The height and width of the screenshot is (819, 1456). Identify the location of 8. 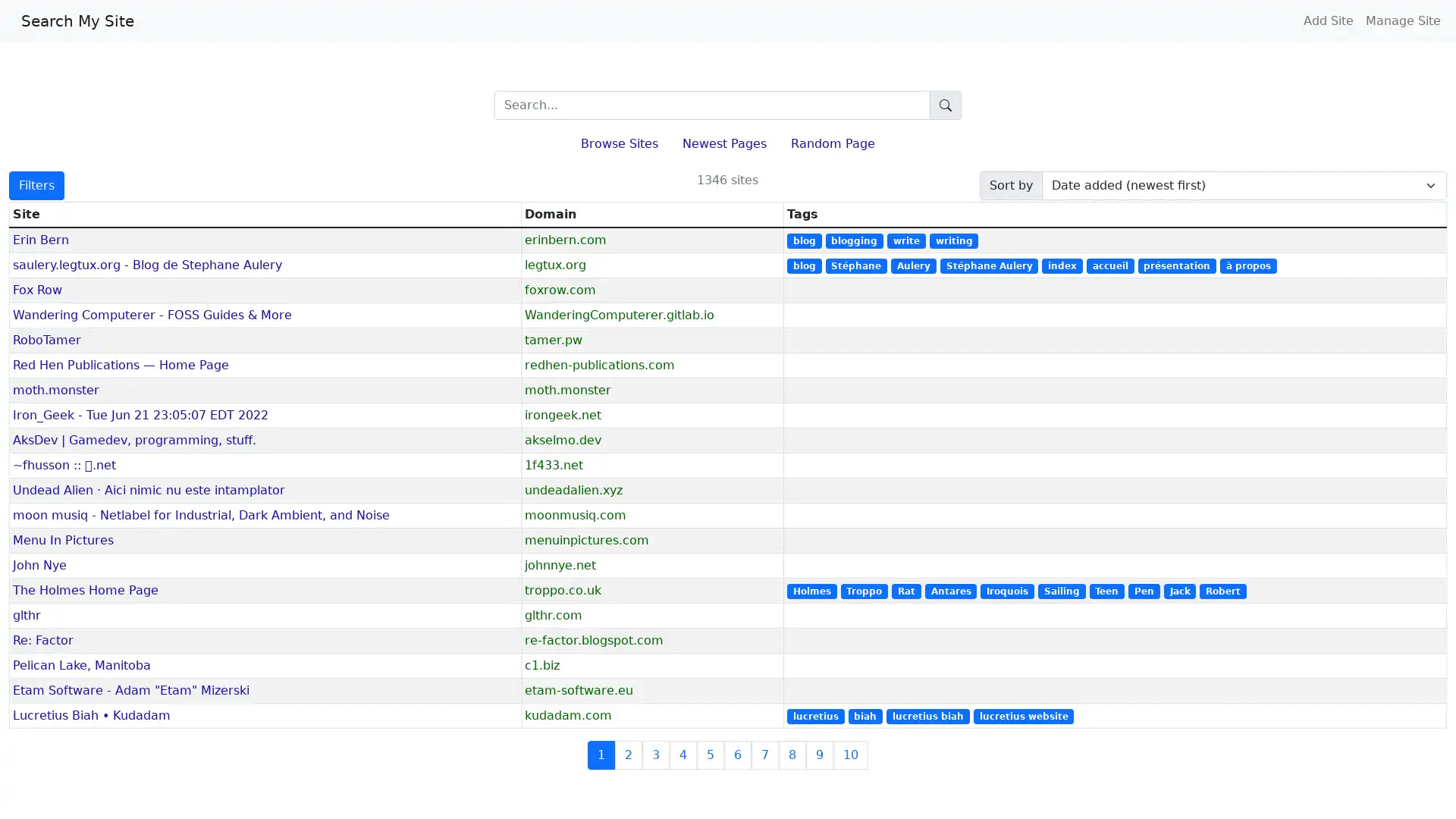
(792, 755).